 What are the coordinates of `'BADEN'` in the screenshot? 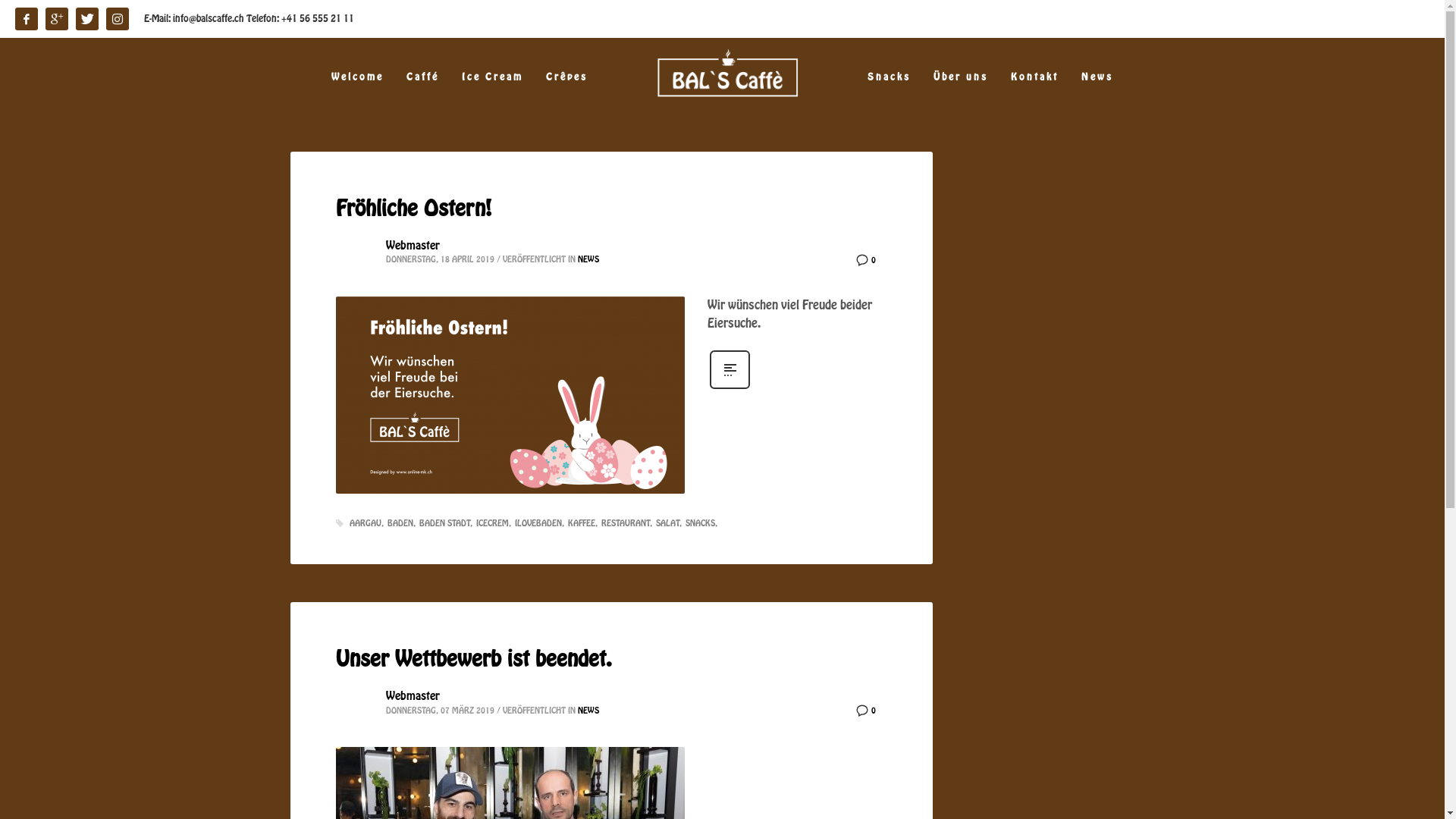 It's located at (400, 522).